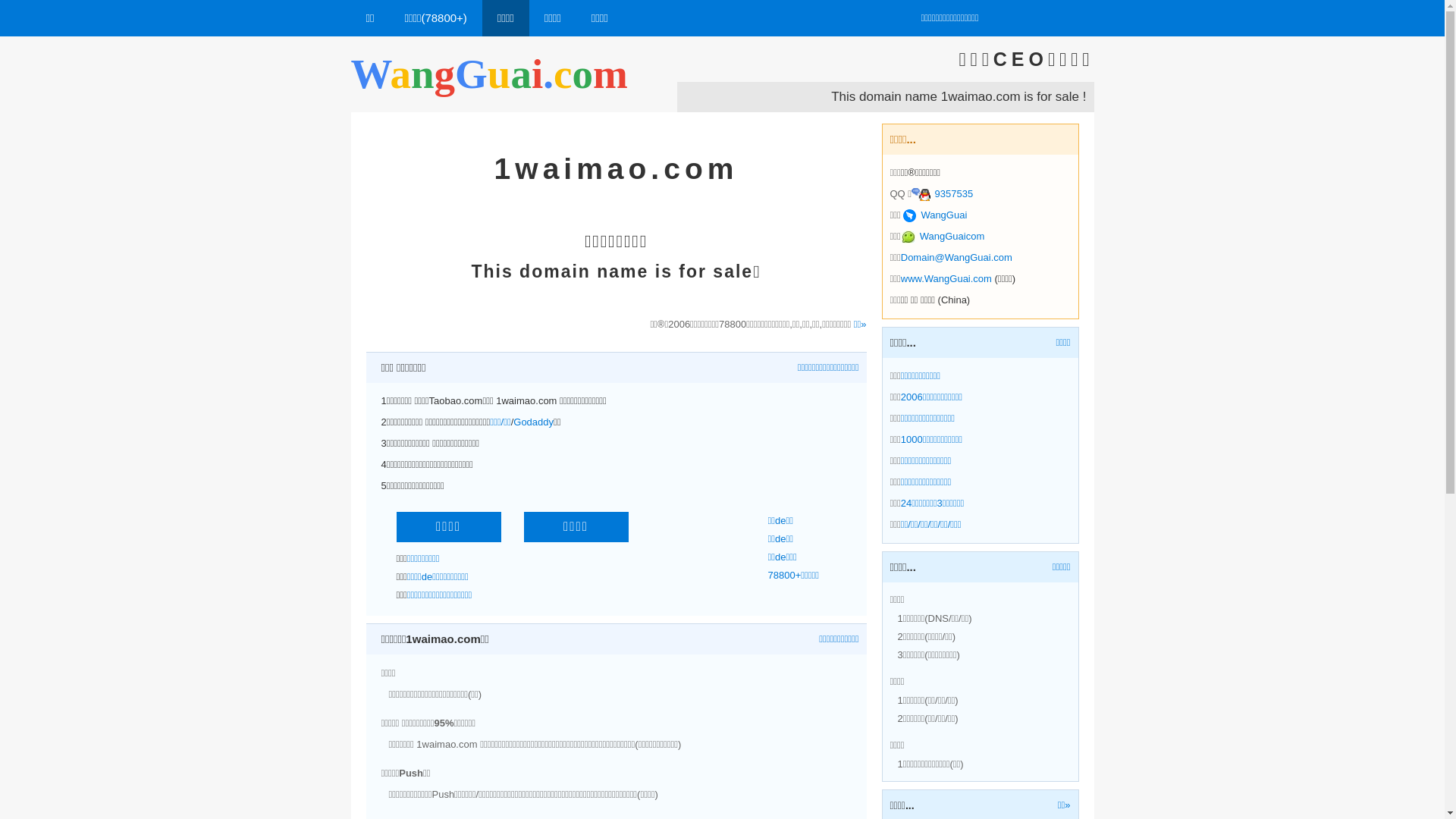 The width and height of the screenshot is (1456, 819). What do you see at coordinates (533, 422) in the screenshot?
I see `'Godaddy'` at bounding box center [533, 422].